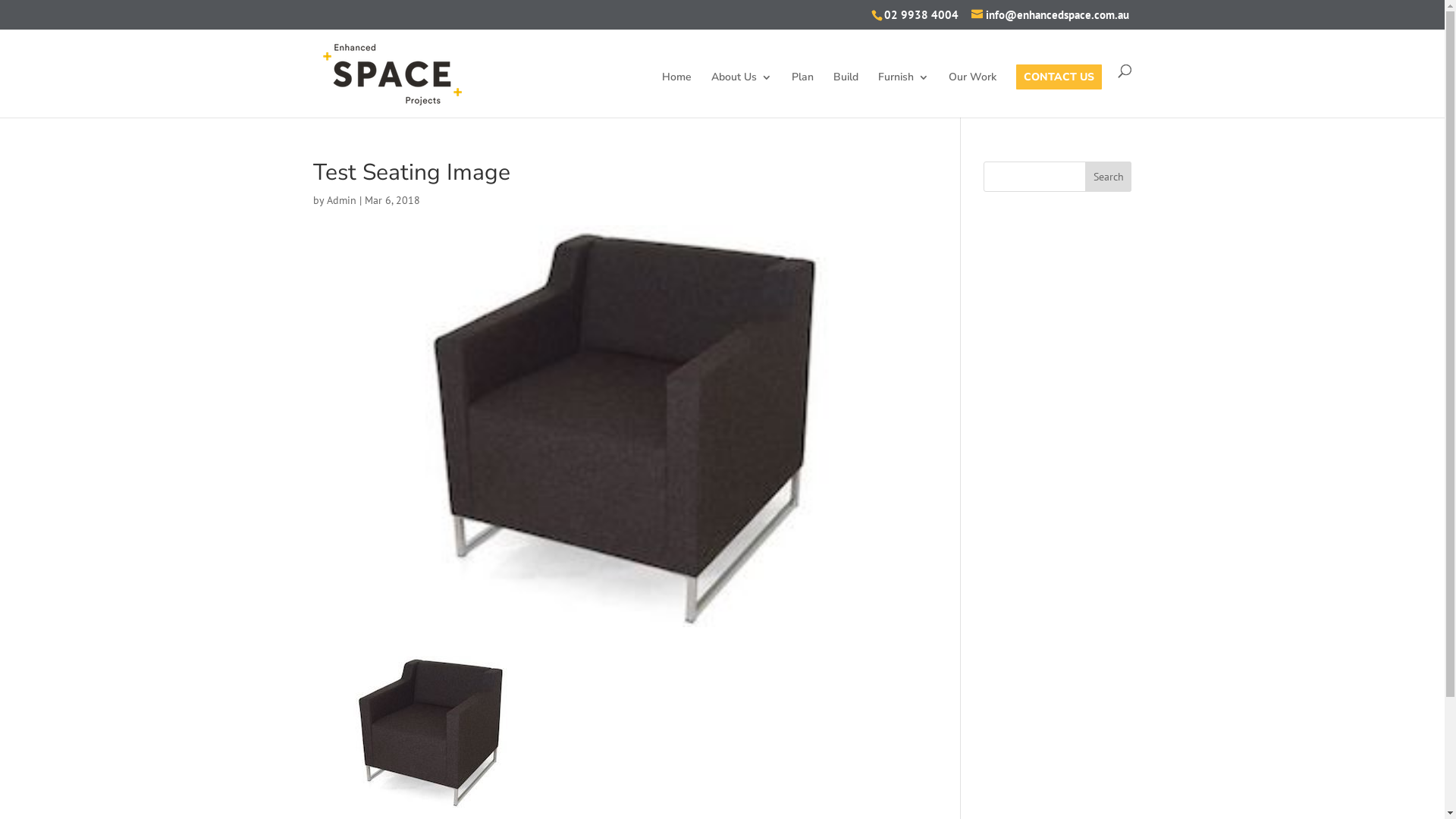  I want to click on 'info@enhancedspace.com.au', so click(1048, 14).